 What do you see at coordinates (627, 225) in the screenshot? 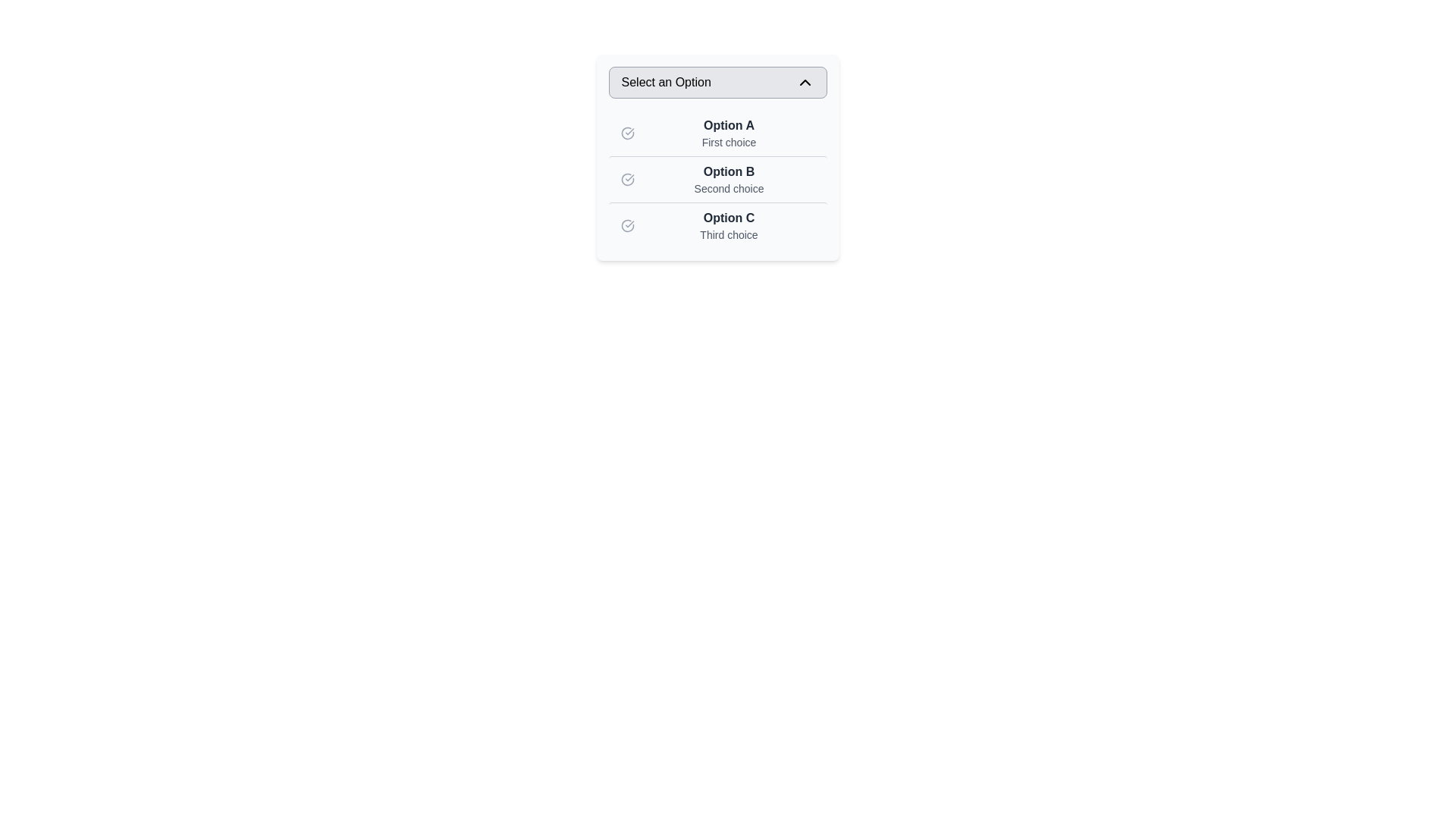
I see `the circular checkmark icon associated with 'Option C' in the dropdown menu` at bounding box center [627, 225].